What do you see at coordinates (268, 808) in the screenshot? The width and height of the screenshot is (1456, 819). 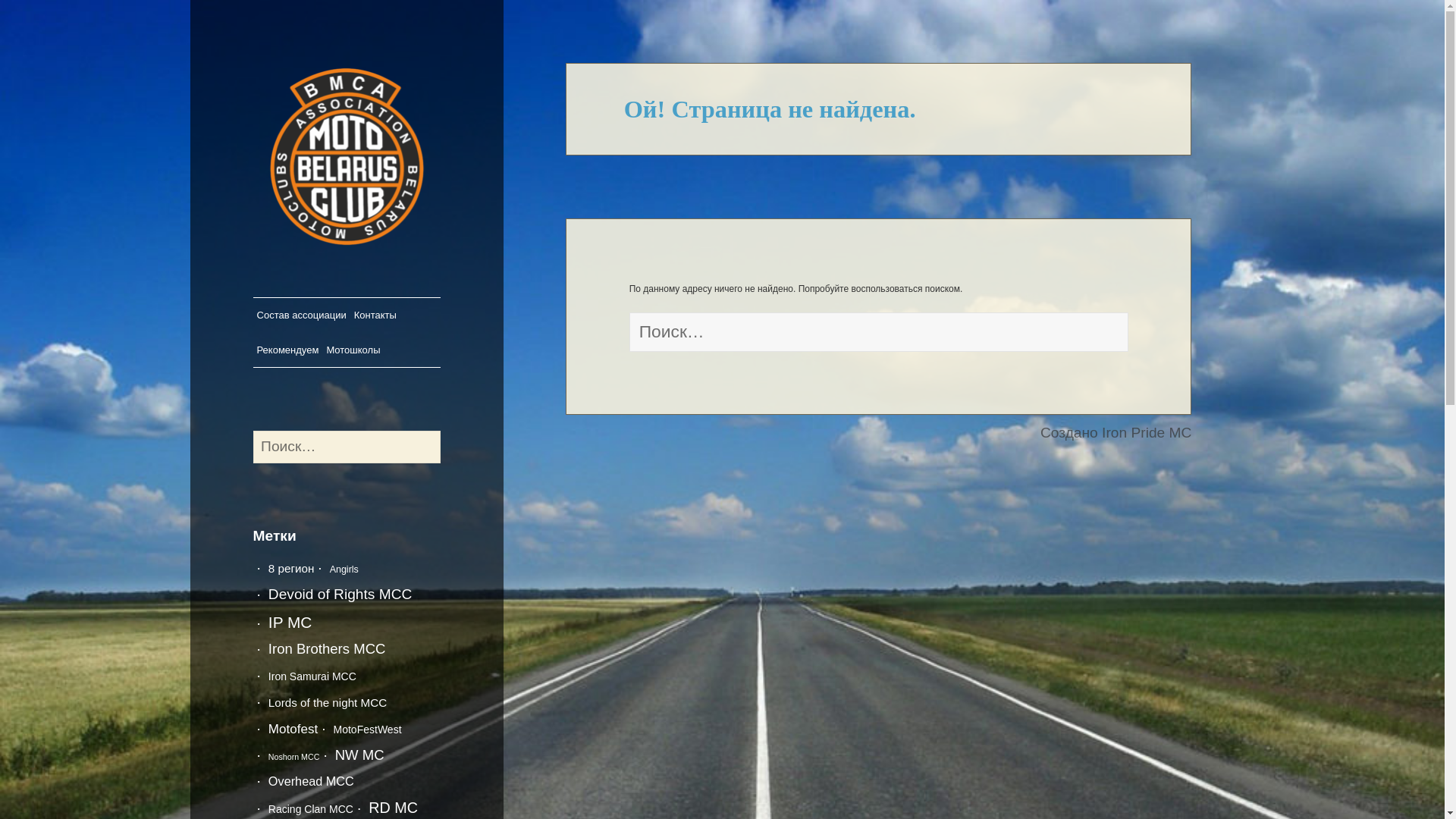 I see `'Racing Clan MCC'` at bounding box center [268, 808].